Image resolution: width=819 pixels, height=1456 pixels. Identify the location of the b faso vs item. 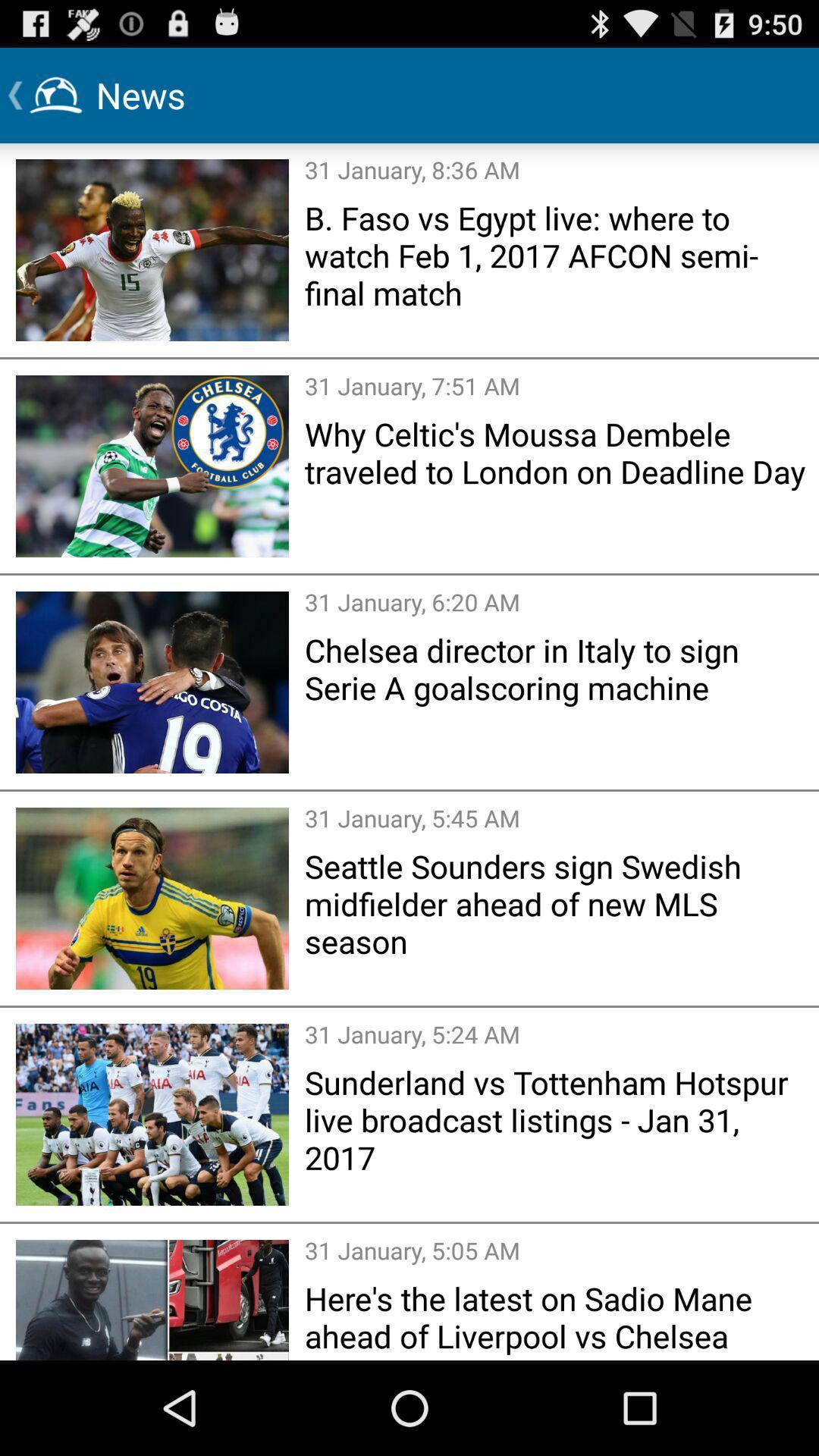
(557, 255).